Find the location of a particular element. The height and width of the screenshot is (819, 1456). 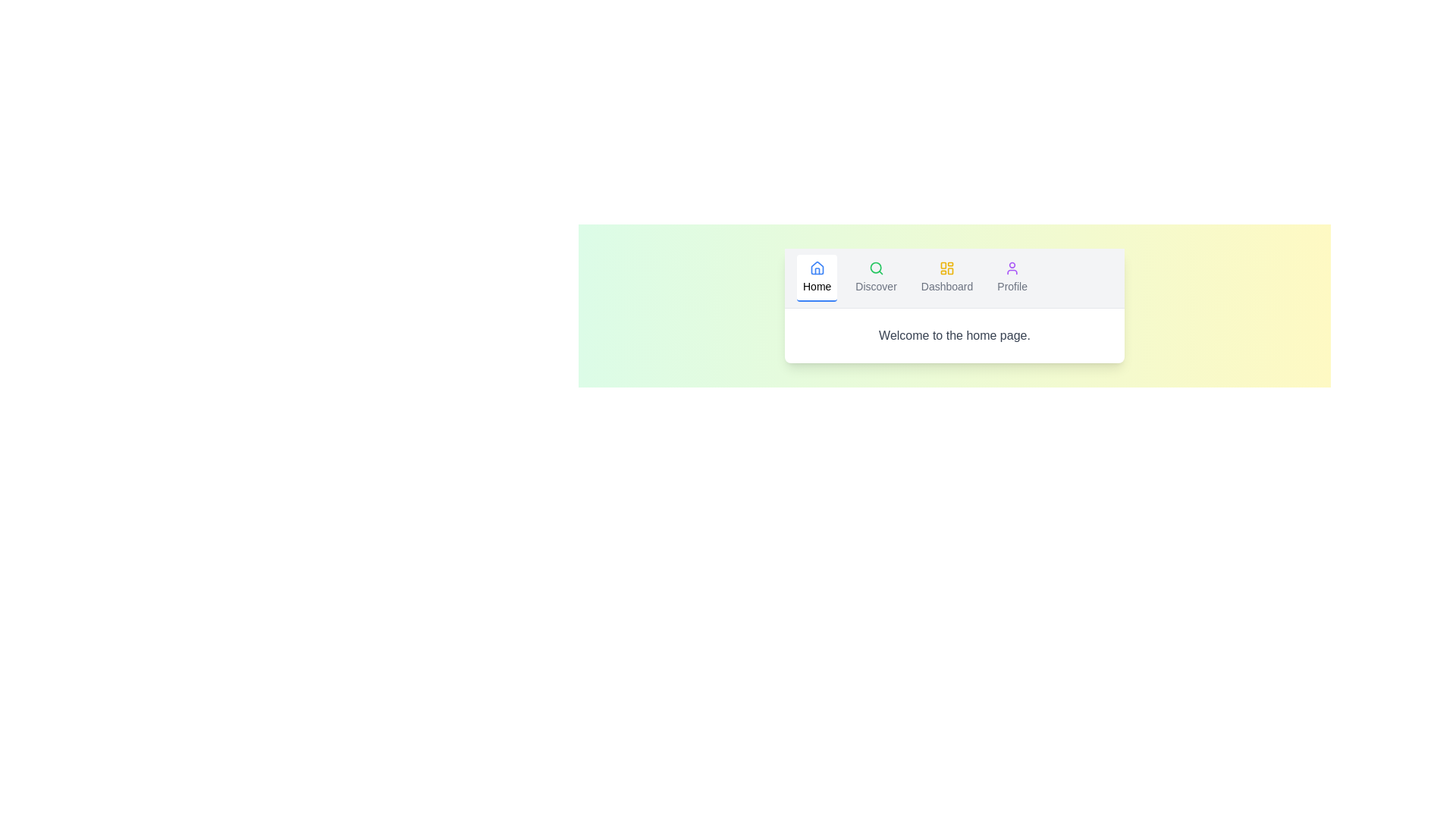

the Profile tab to display its content is located at coordinates (1012, 278).